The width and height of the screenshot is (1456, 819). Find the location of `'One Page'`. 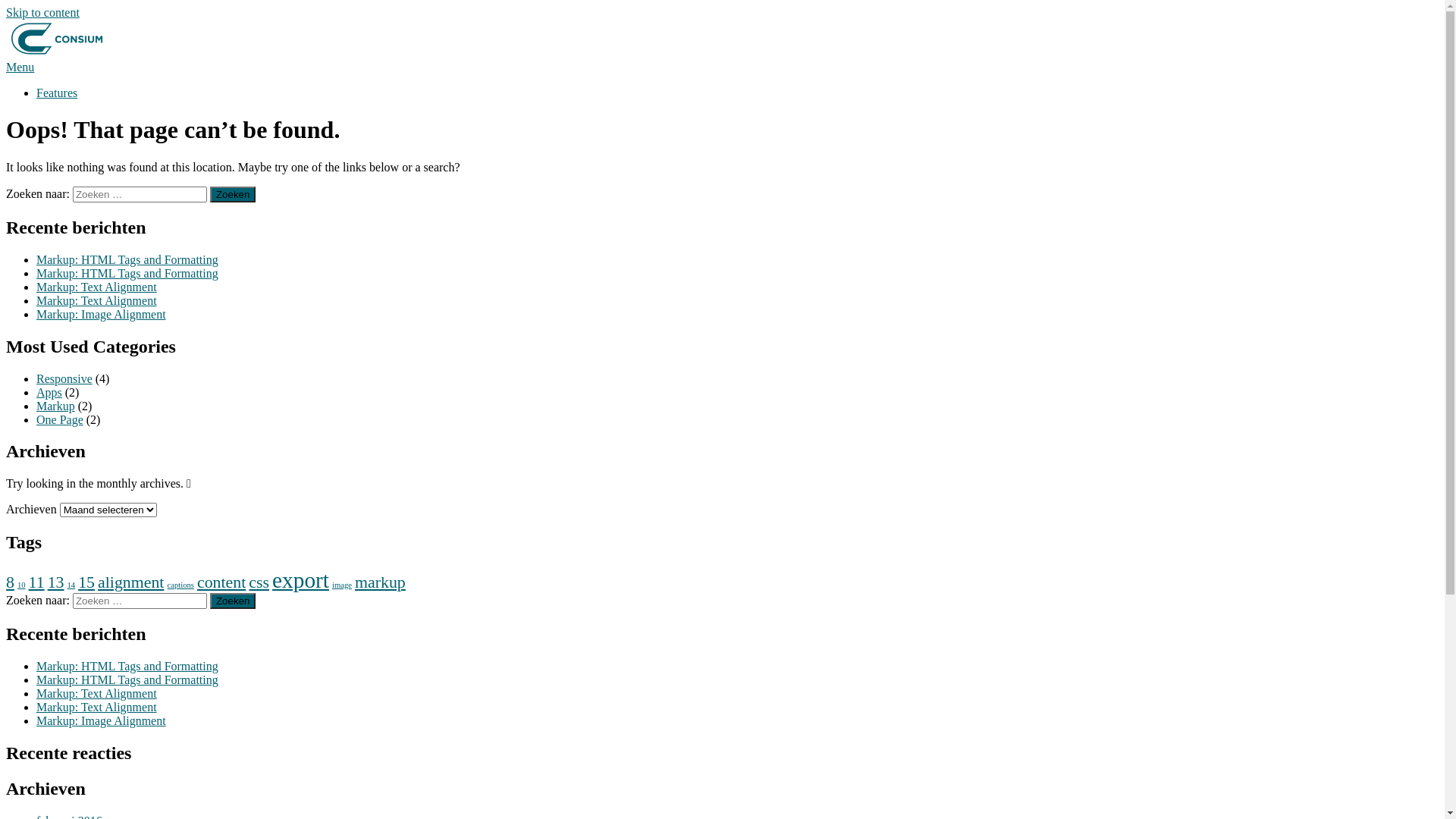

'One Page' is located at coordinates (36, 419).